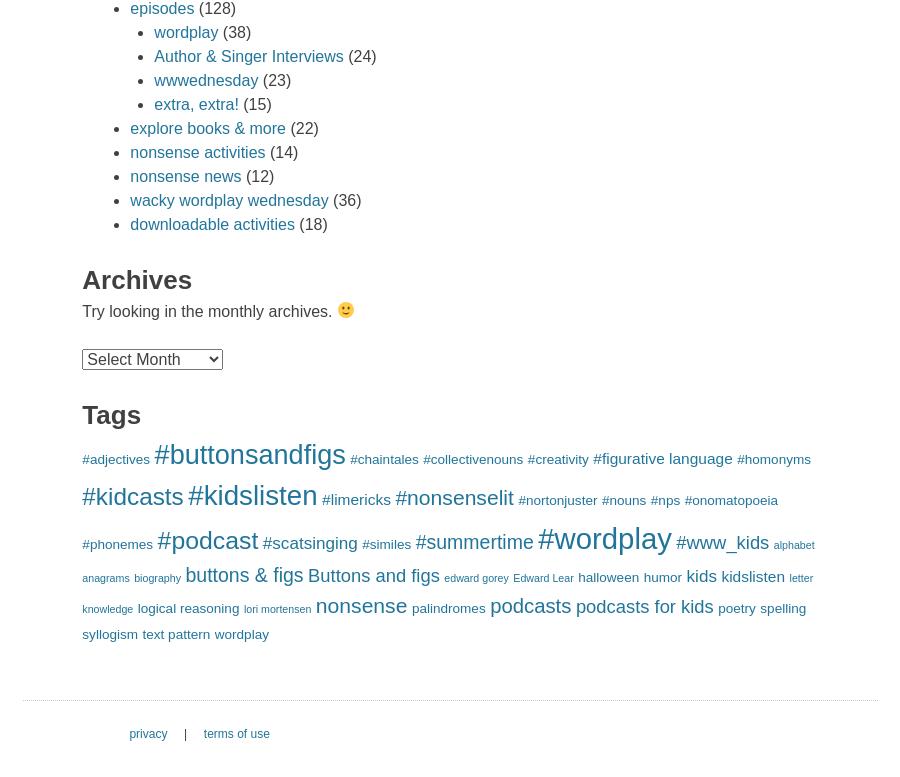 The image size is (900, 777). I want to click on '(15)', so click(253, 102).